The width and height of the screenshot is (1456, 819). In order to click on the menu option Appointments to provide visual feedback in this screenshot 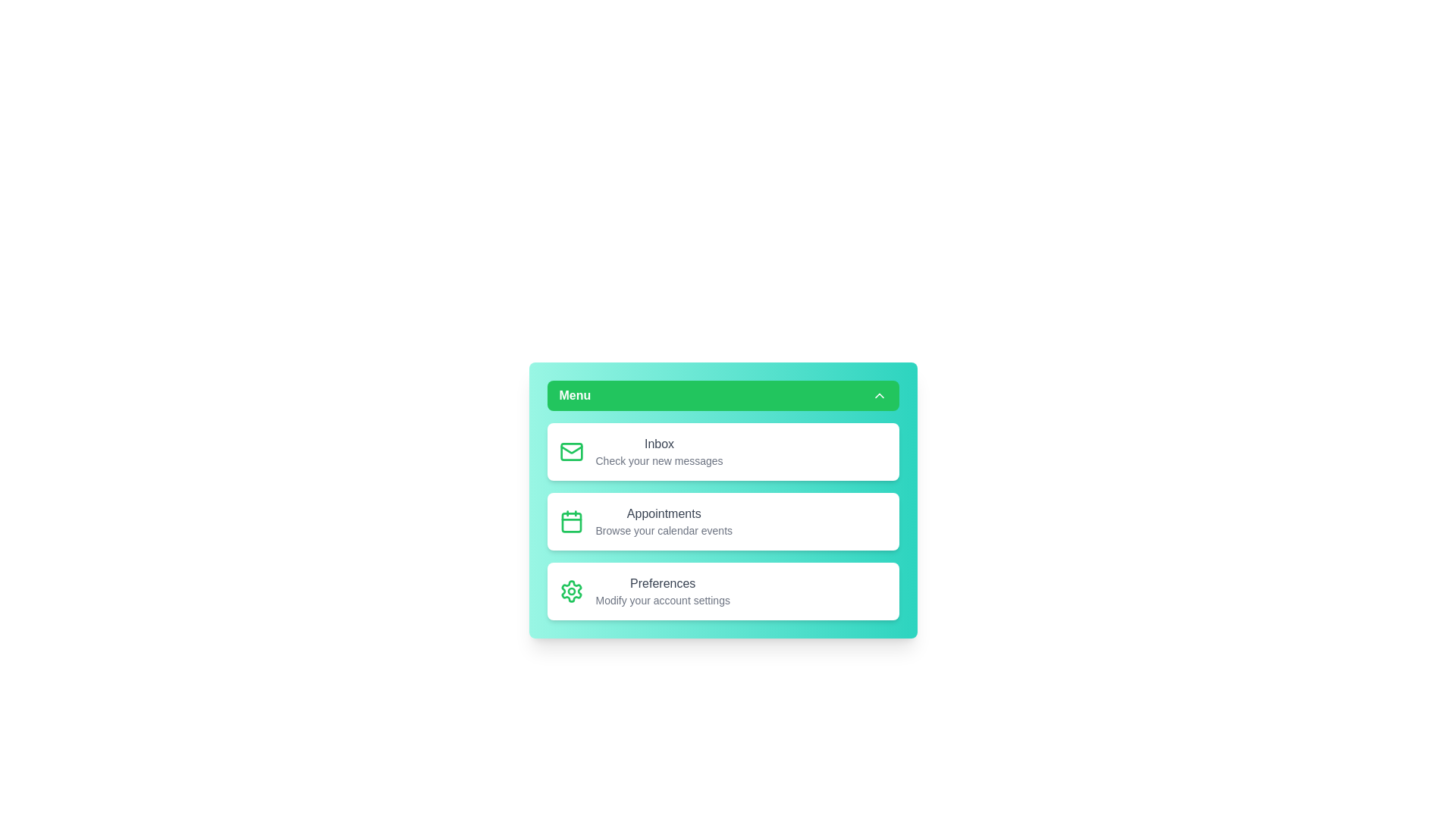, I will do `click(722, 520)`.